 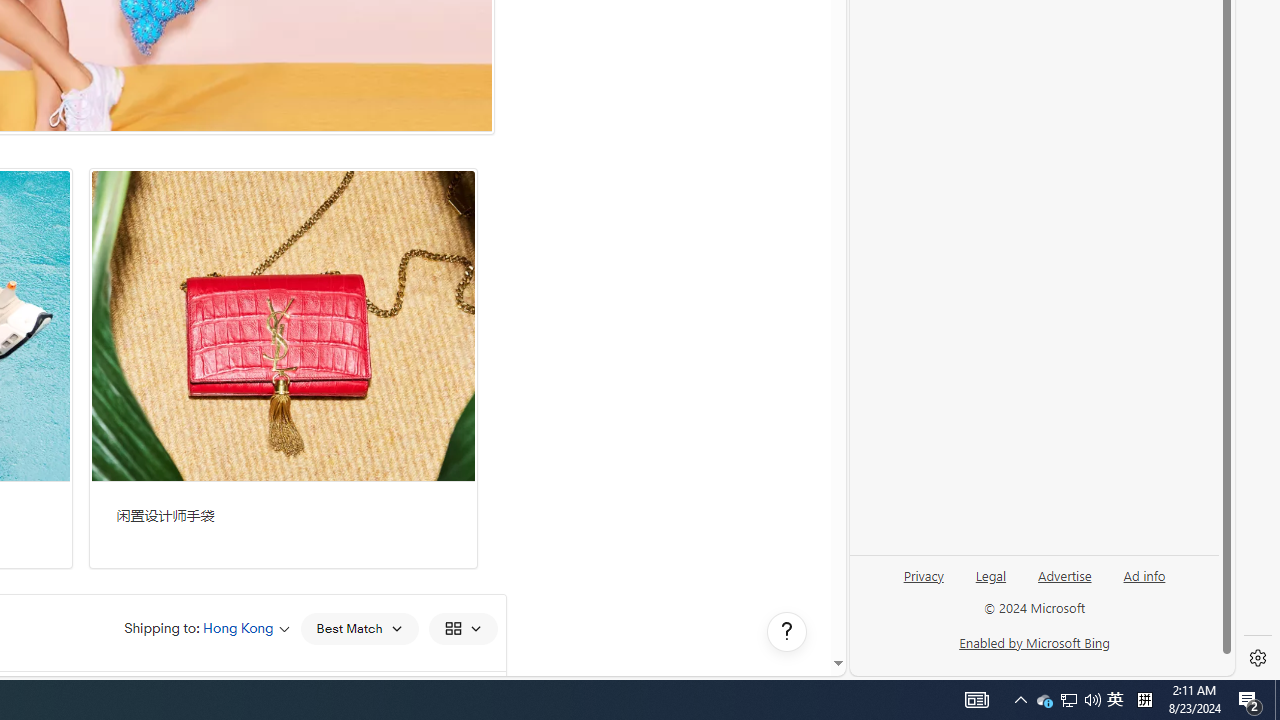 What do you see at coordinates (786, 632) in the screenshot?
I see `'Help, opens dialogs'` at bounding box center [786, 632].